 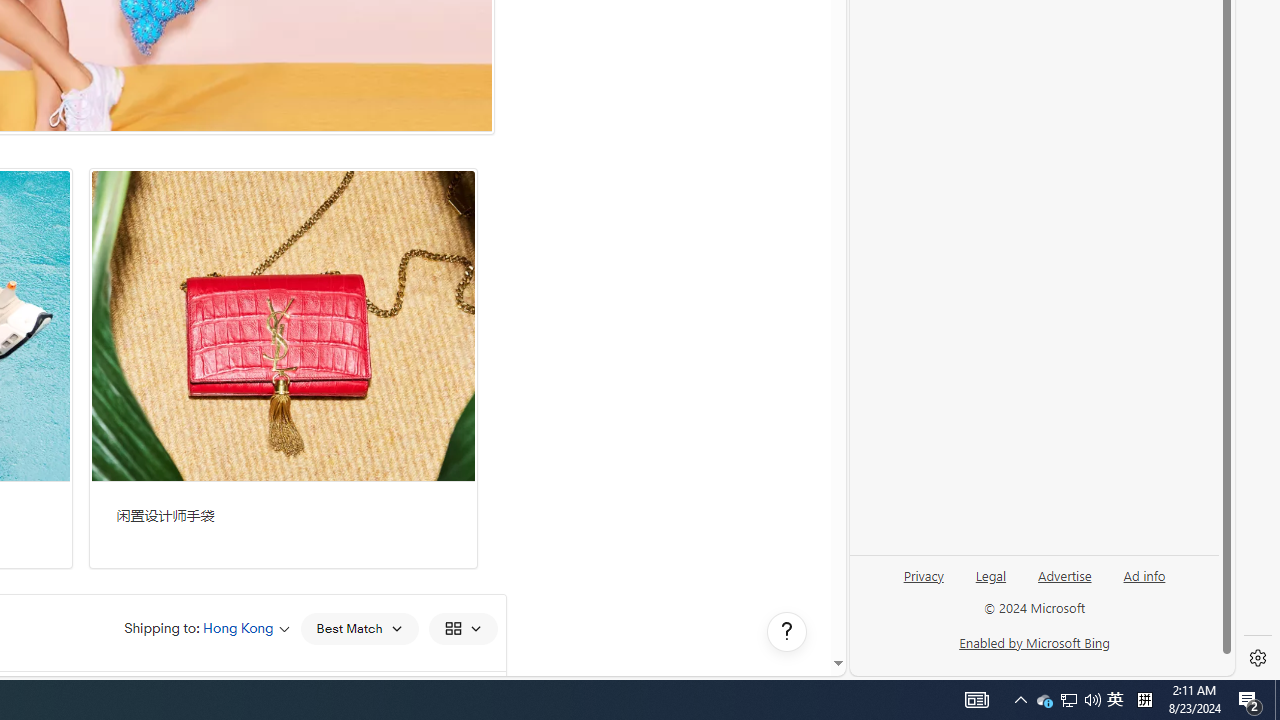 What do you see at coordinates (786, 632) in the screenshot?
I see `'Help, opens dialogs'` at bounding box center [786, 632].